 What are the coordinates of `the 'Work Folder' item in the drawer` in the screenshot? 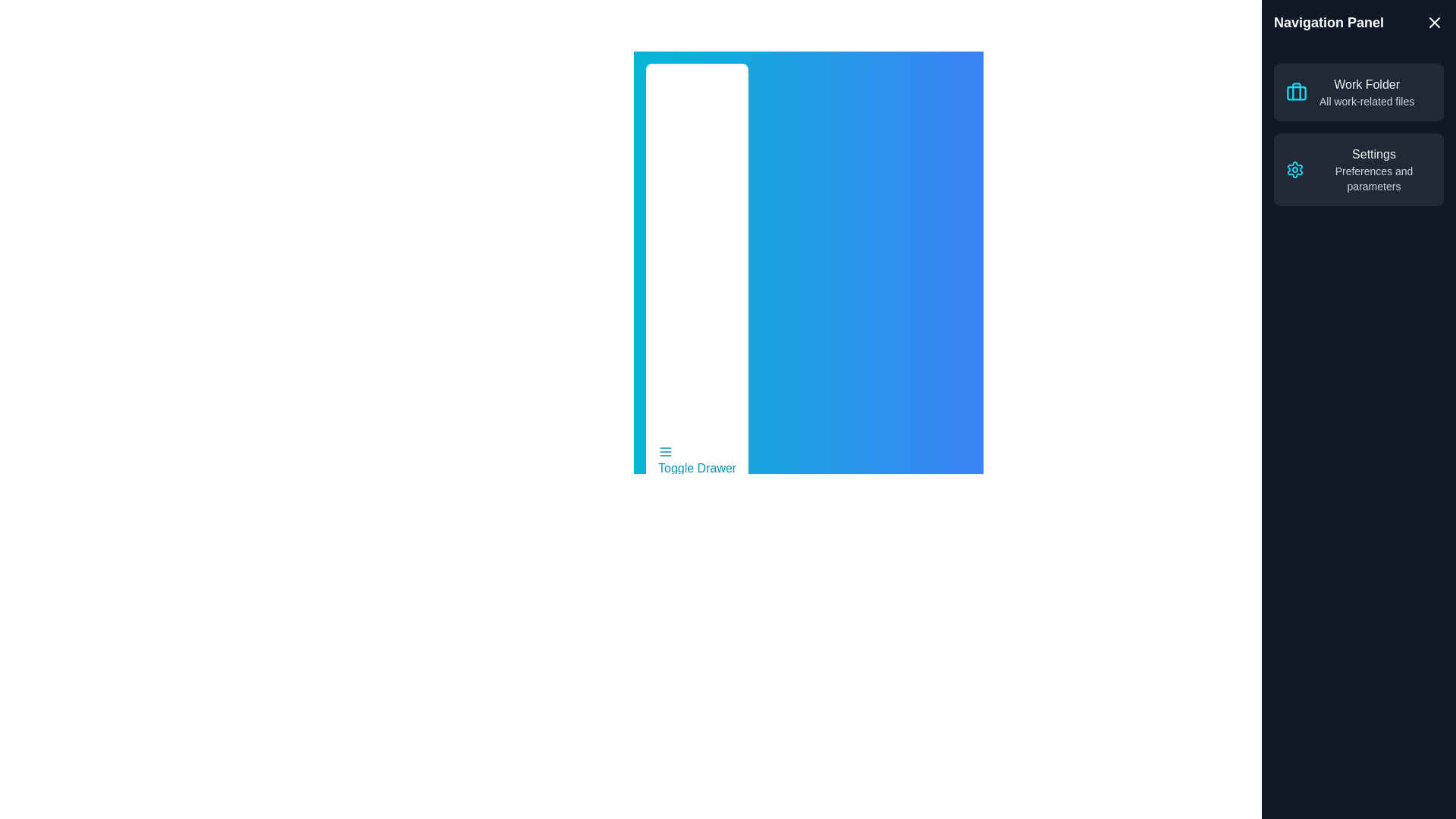 It's located at (1366, 84).